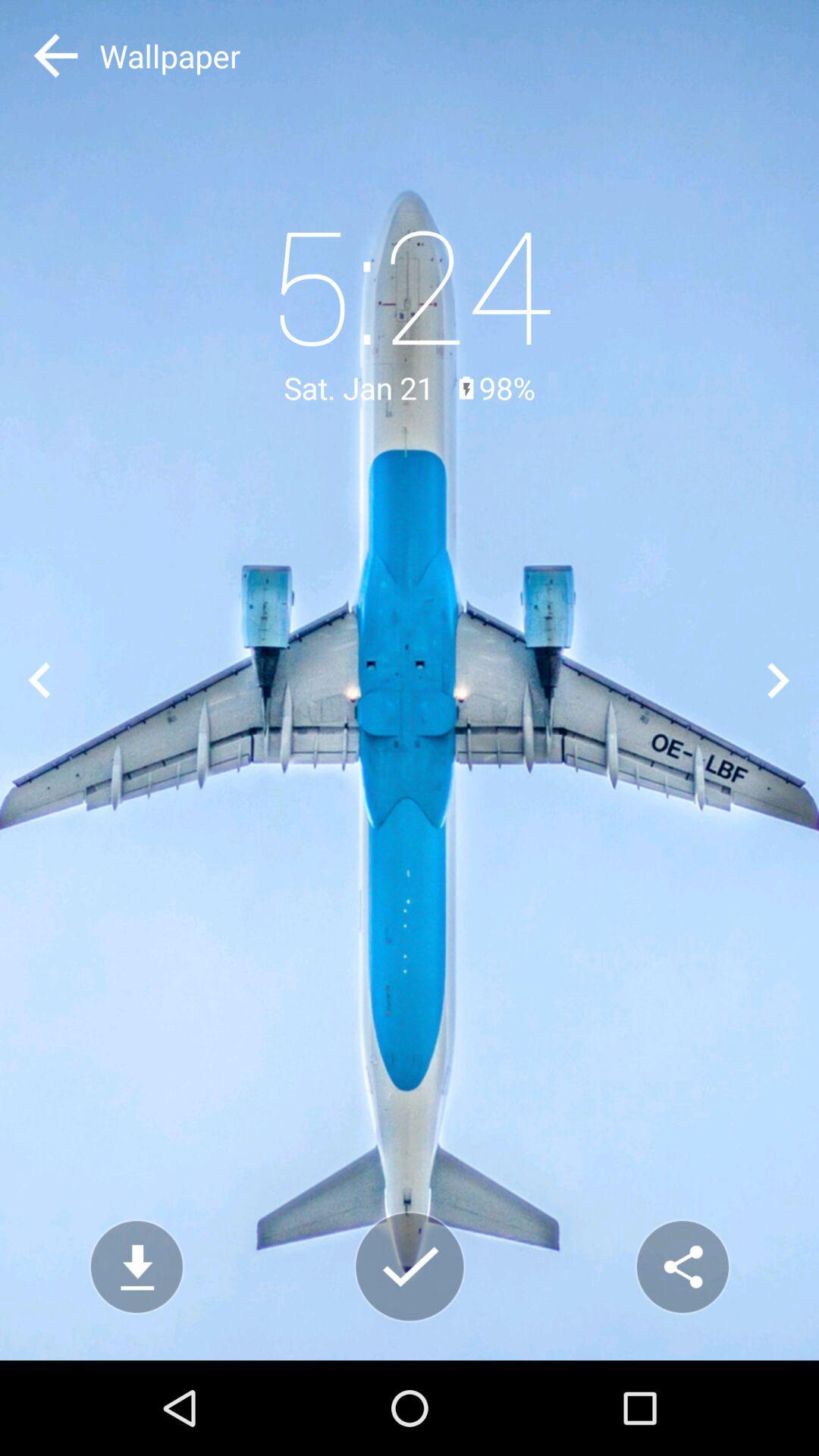 The image size is (819, 1456). Describe the element at coordinates (409, 1266) in the screenshot. I see `the check icon` at that location.